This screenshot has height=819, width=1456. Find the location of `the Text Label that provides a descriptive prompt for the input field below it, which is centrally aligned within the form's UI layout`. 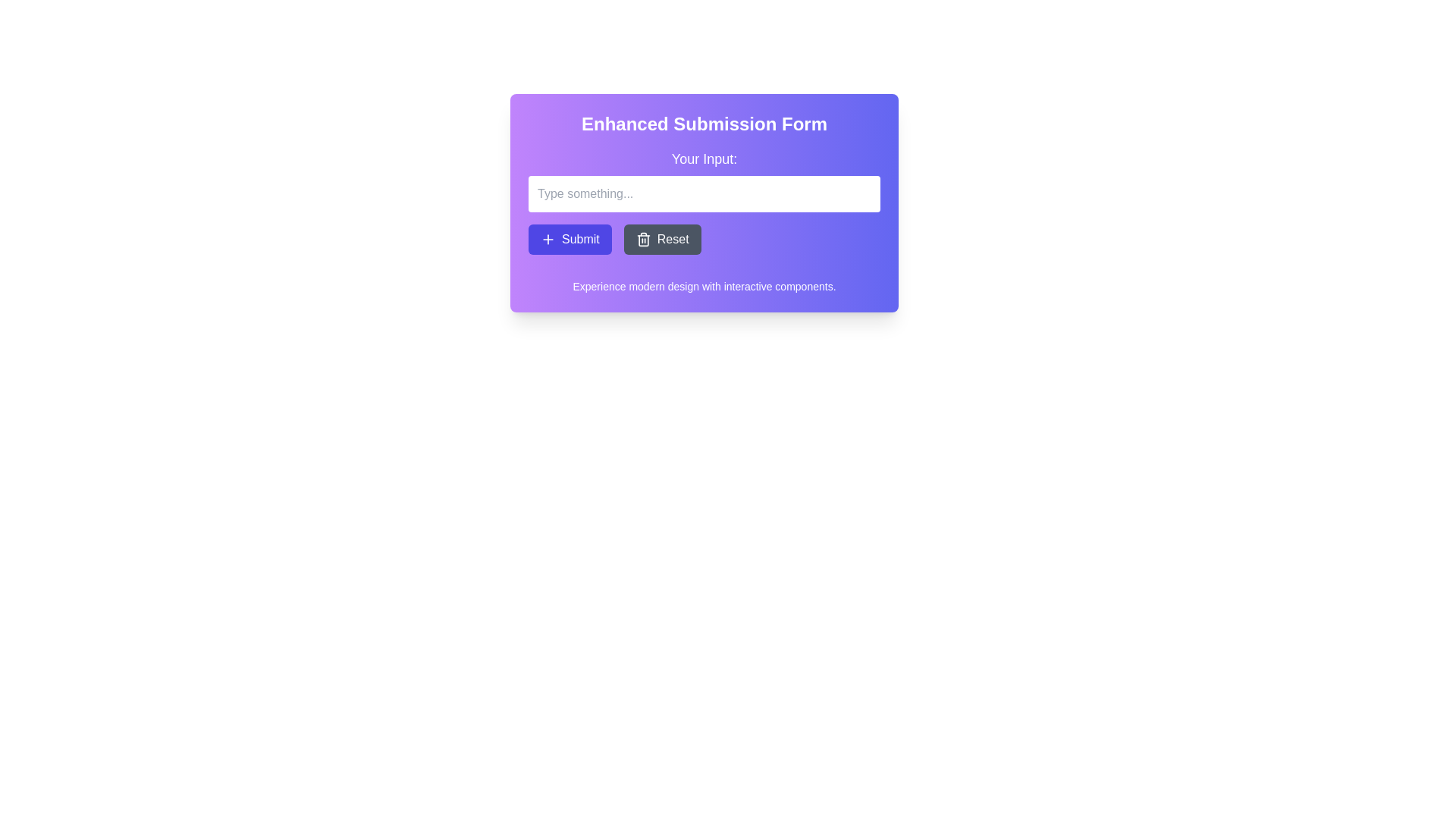

the Text Label that provides a descriptive prompt for the input field below it, which is centrally aligned within the form's UI layout is located at coordinates (704, 158).